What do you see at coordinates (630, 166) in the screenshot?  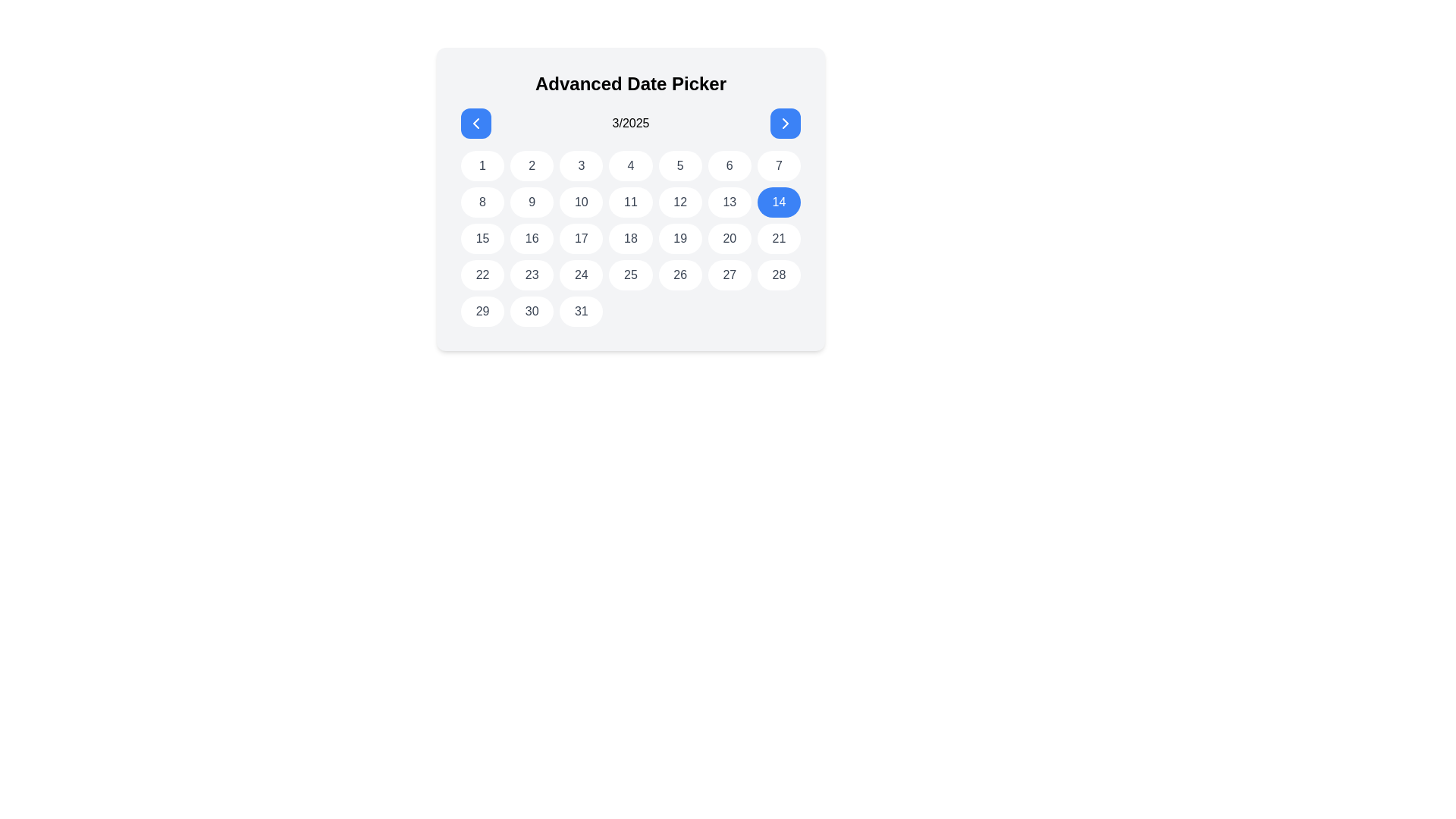 I see `the circular button displaying the number '4' with a white background and gray text` at bounding box center [630, 166].